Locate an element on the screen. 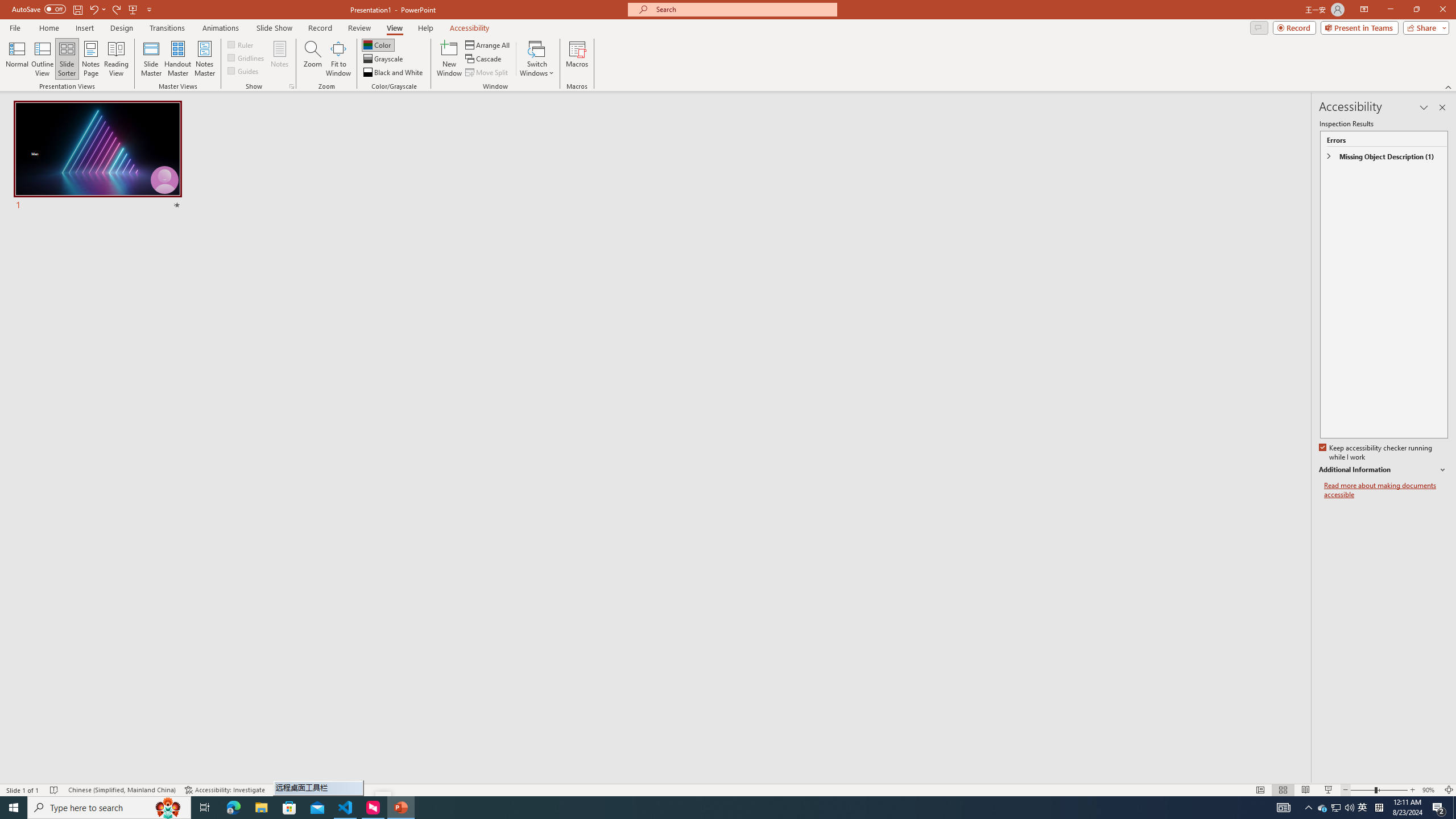  'Ruler' is located at coordinates (241, 44).